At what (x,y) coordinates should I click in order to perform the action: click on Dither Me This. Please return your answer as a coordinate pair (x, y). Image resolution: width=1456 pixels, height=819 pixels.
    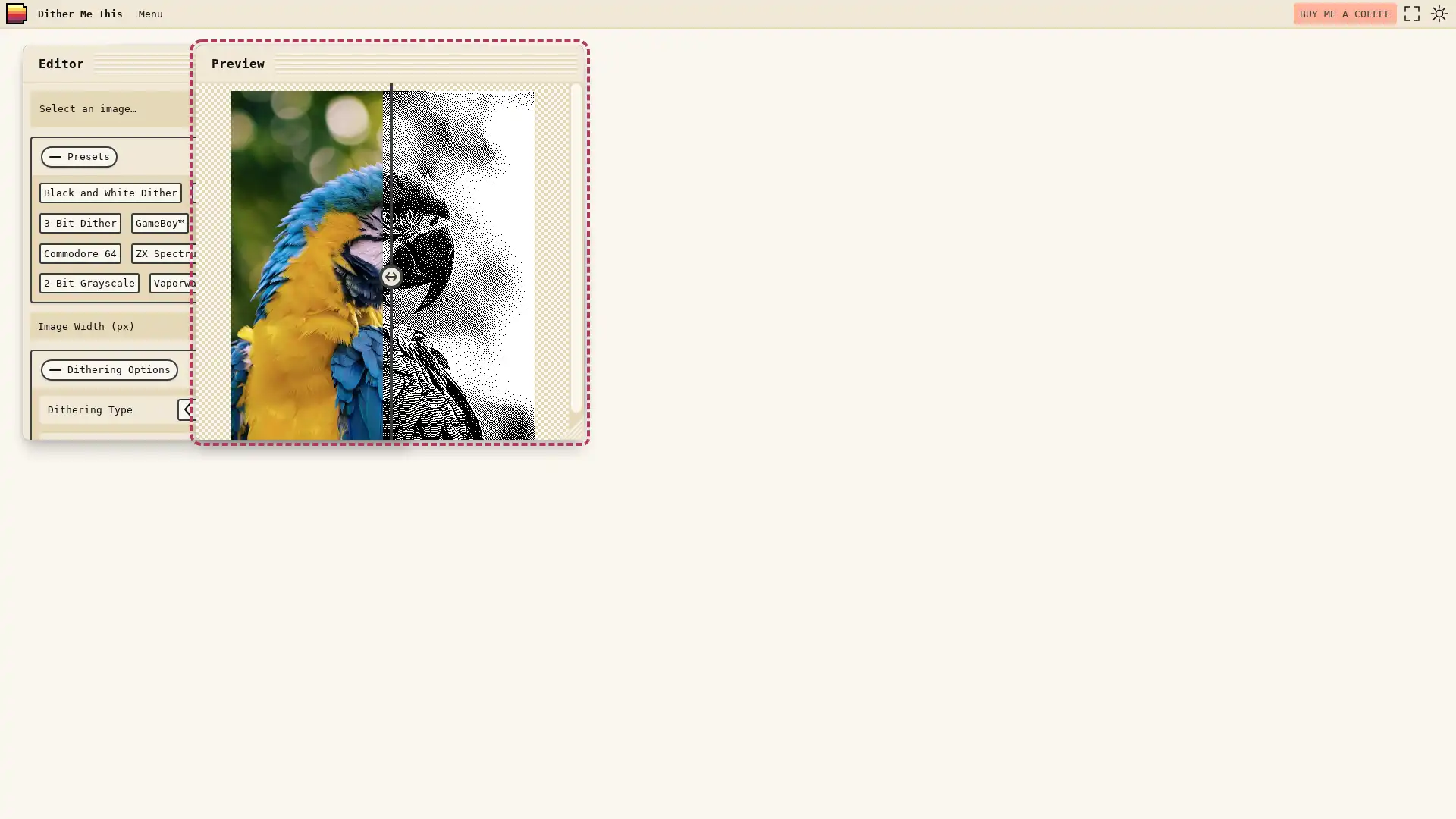
    Looking at the image, I should click on (79, 14).